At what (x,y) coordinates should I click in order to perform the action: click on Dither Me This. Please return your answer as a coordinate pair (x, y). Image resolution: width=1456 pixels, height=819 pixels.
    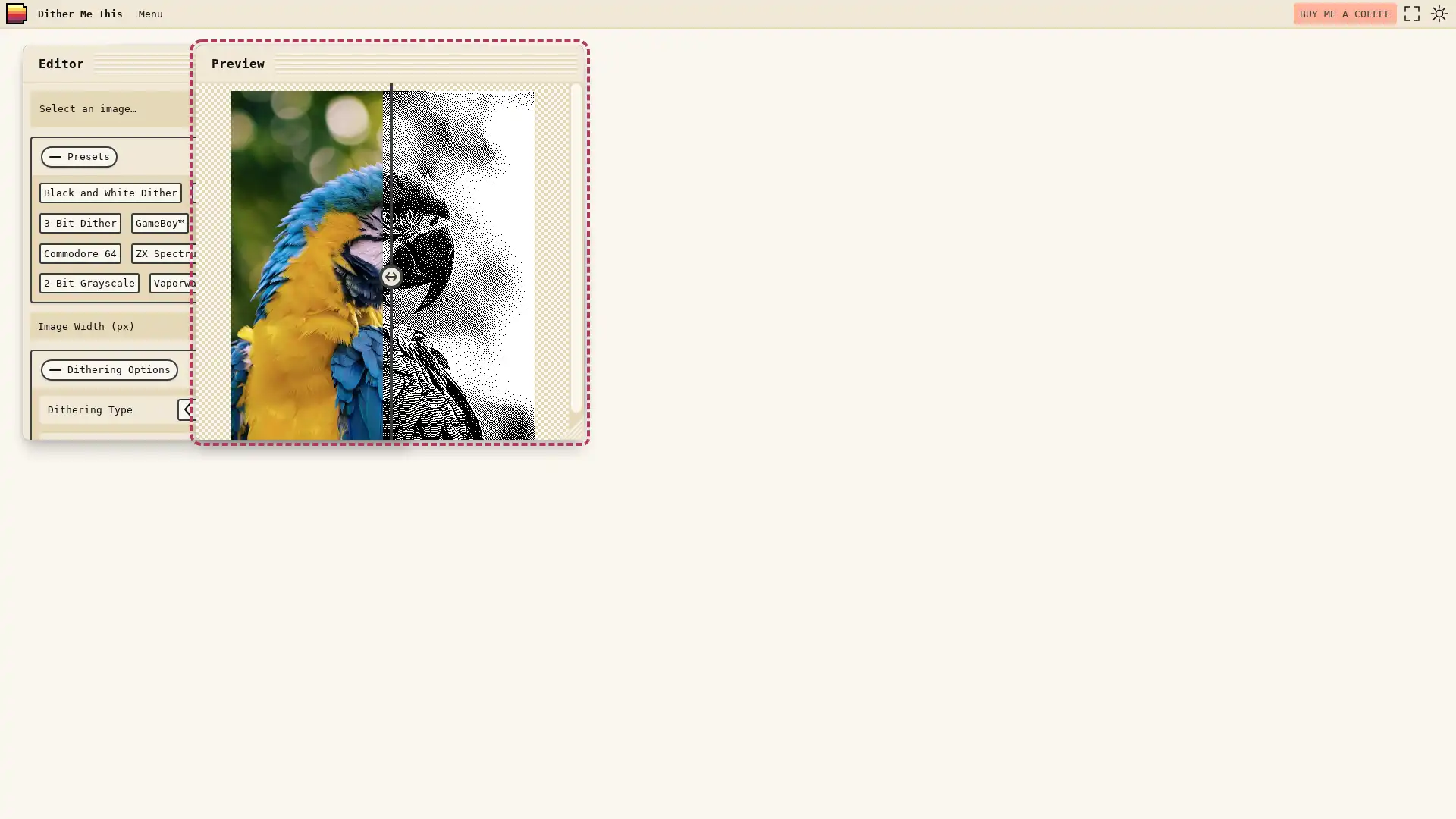
    Looking at the image, I should click on (79, 14).